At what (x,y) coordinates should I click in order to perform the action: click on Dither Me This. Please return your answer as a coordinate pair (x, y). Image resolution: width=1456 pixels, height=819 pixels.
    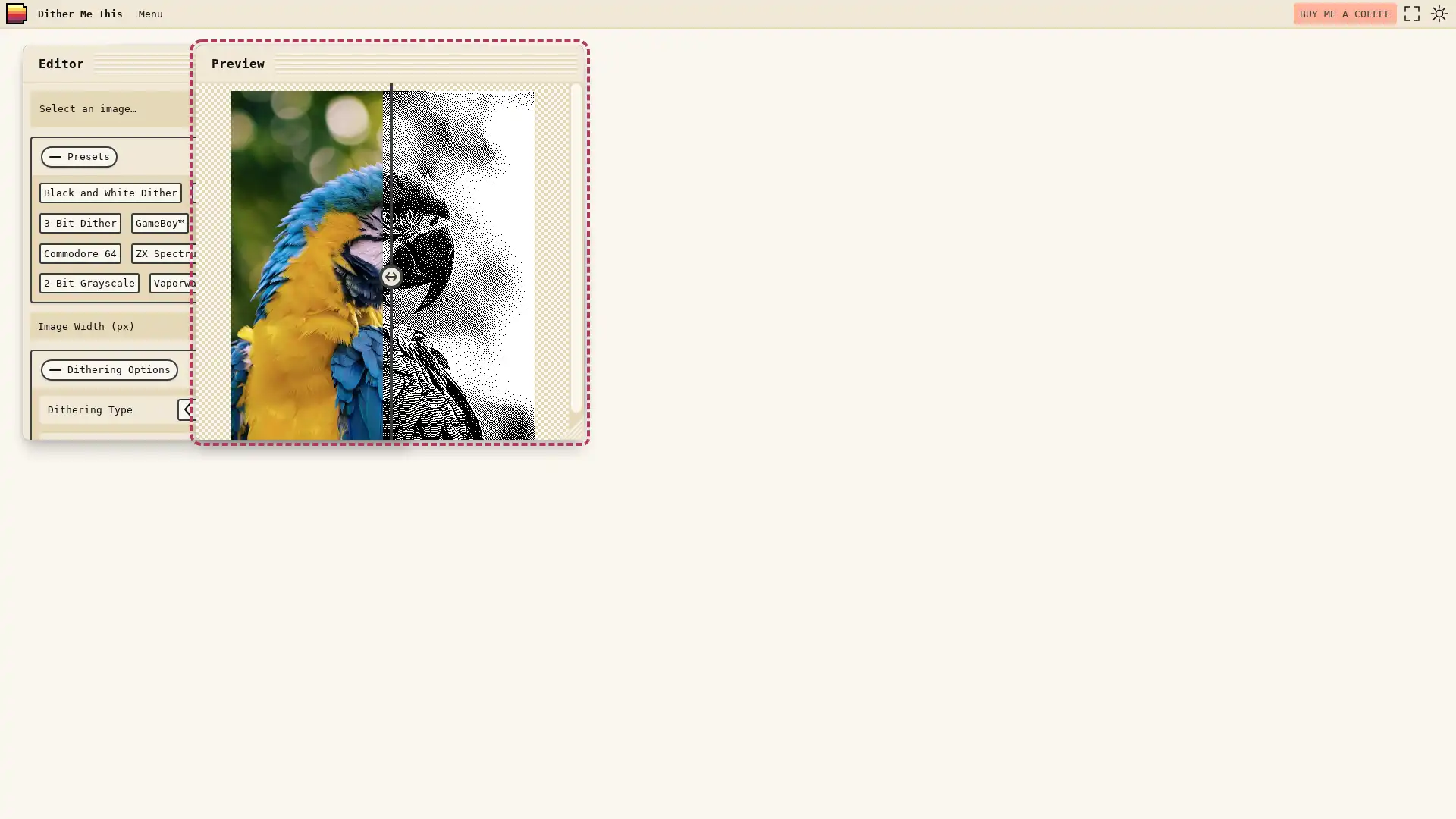
    Looking at the image, I should click on (79, 14).